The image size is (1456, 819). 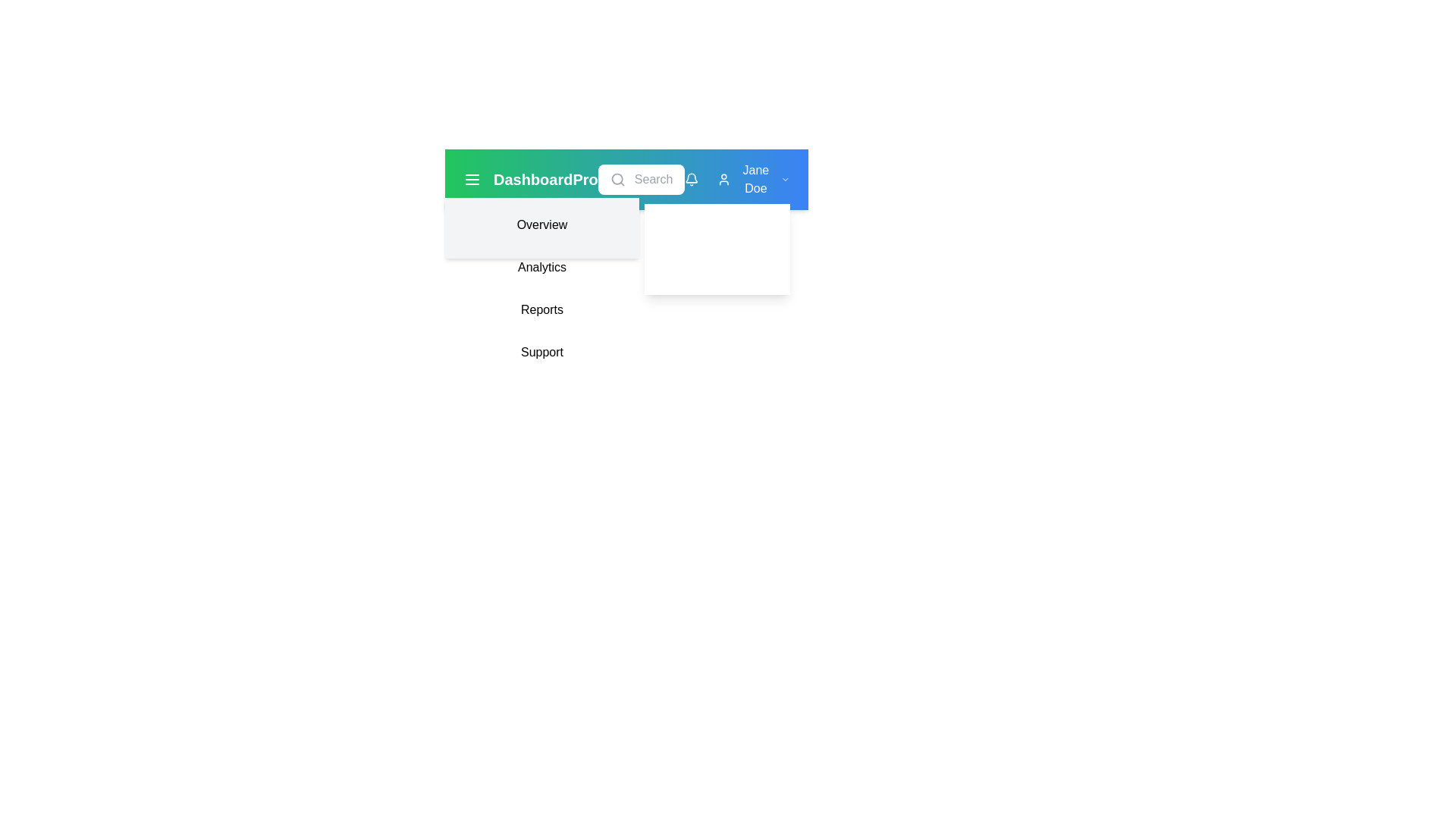 What do you see at coordinates (691, 177) in the screenshot?
I see `the bell icon located at the top-right corner of the interface, adjacent to the user profile icon in the navigation bar` at bounding box center [691, 177].